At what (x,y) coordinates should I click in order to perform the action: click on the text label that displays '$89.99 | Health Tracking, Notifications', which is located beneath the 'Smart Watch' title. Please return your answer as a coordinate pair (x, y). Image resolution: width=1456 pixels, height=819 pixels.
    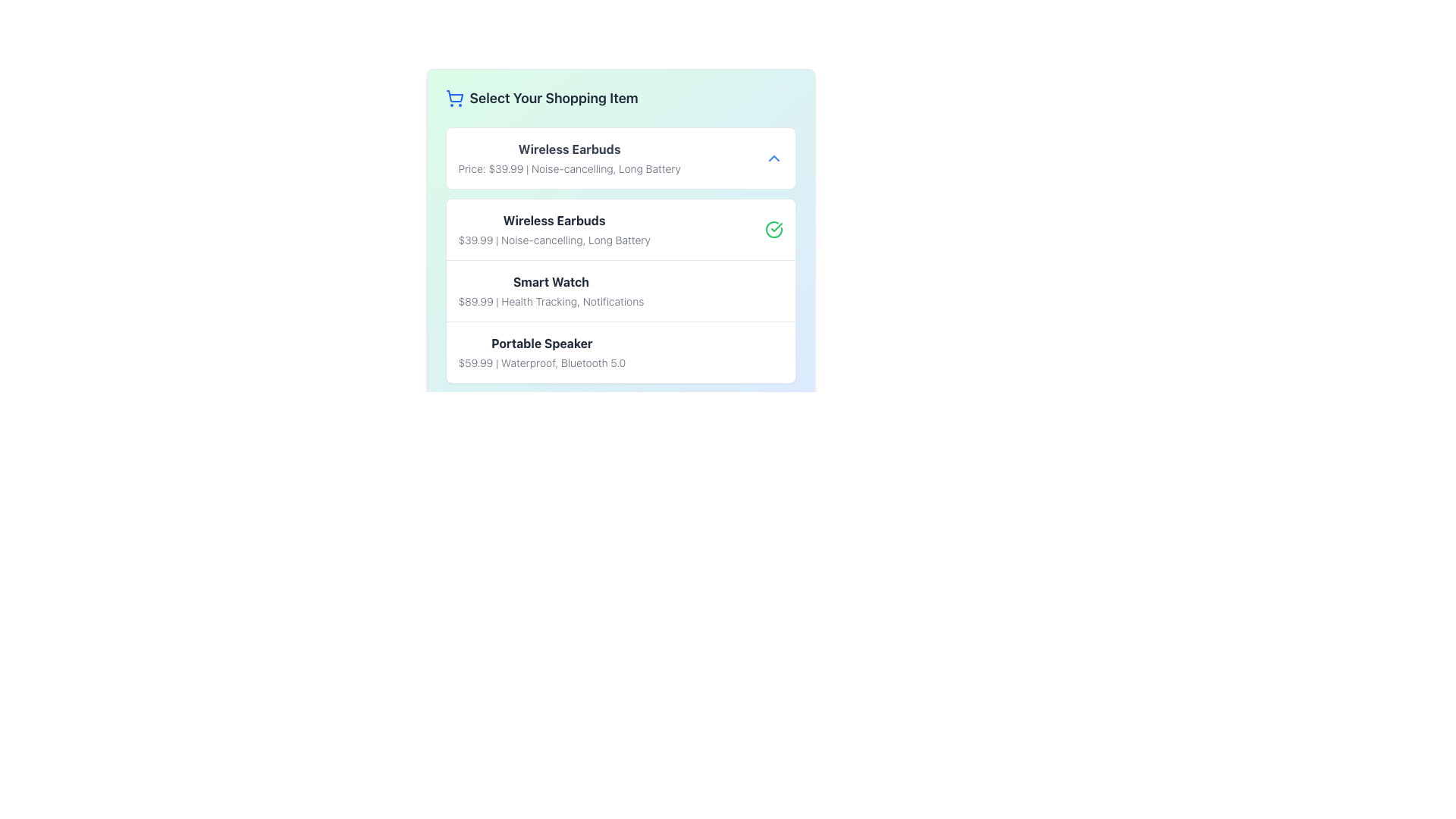
    Looking at the image, I should click on (550, 301).